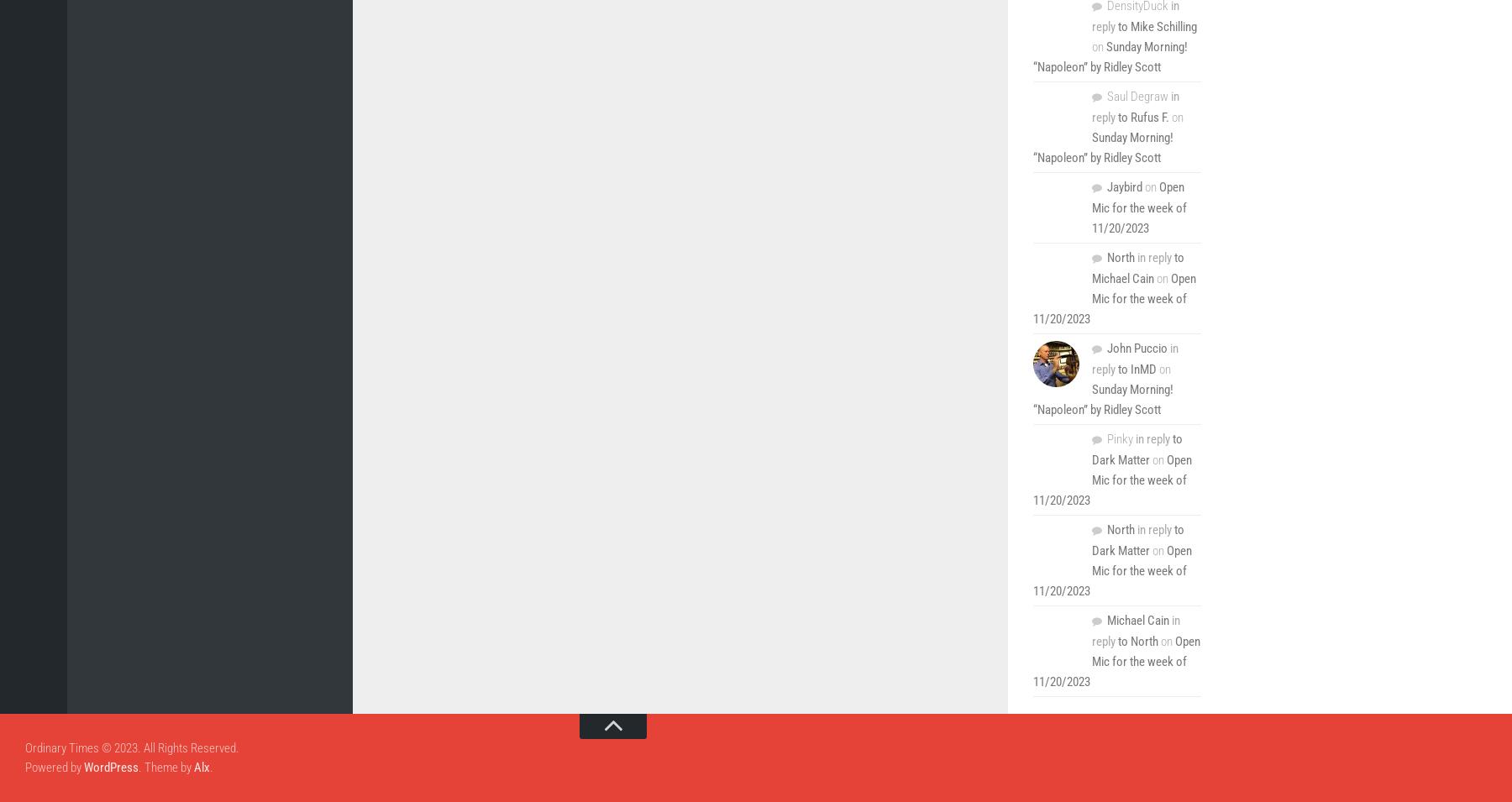 This screenshot has width=1512, height=802. Describe the element at coordinates (166, 766) in the screenshot. I see `'. Theme by'` at that location.